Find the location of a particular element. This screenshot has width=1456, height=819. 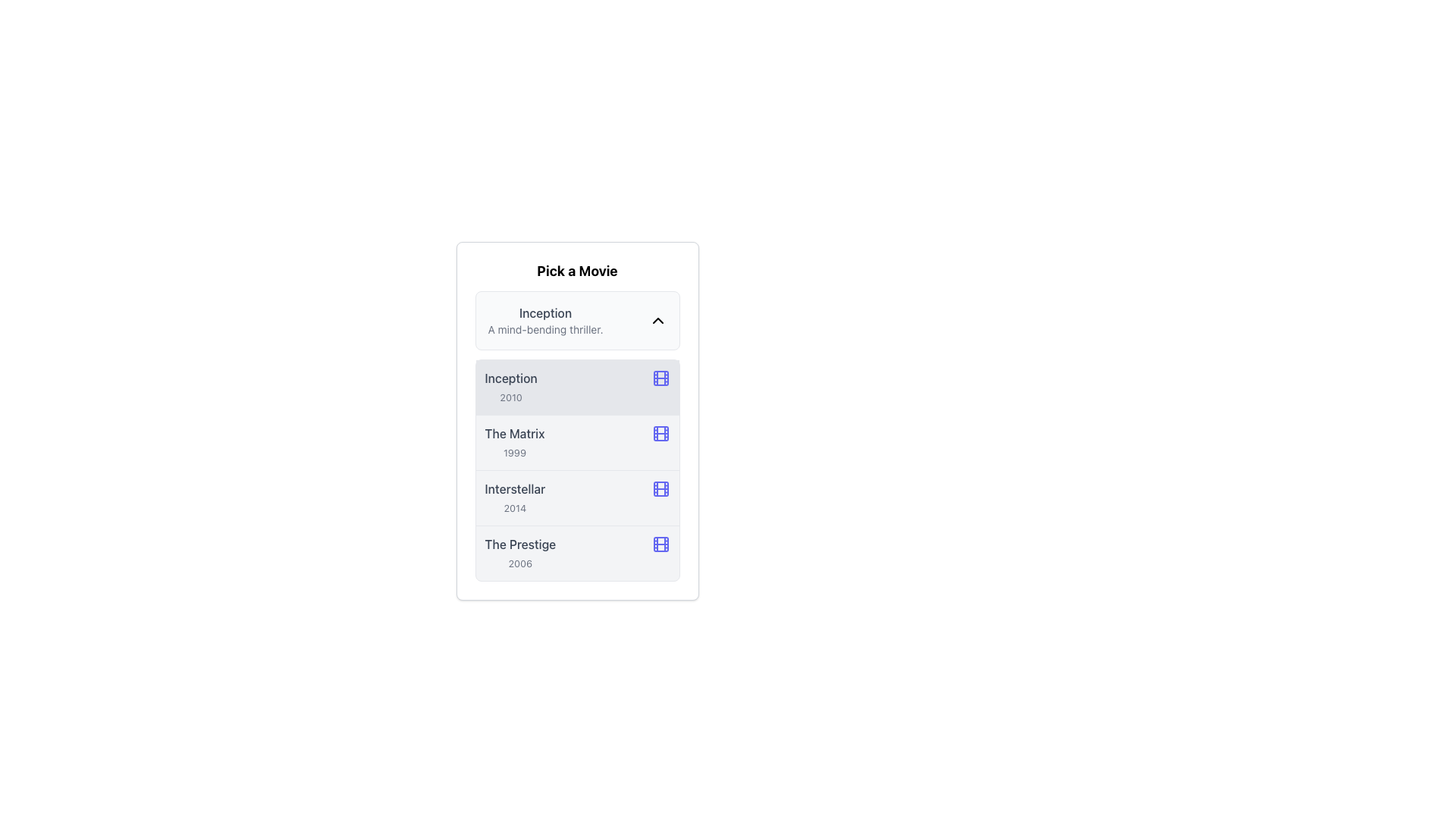

text label displaying 'The Matrix' in bold font, which is the second item in a vertical list of movies is located at coordinates (514, 442).